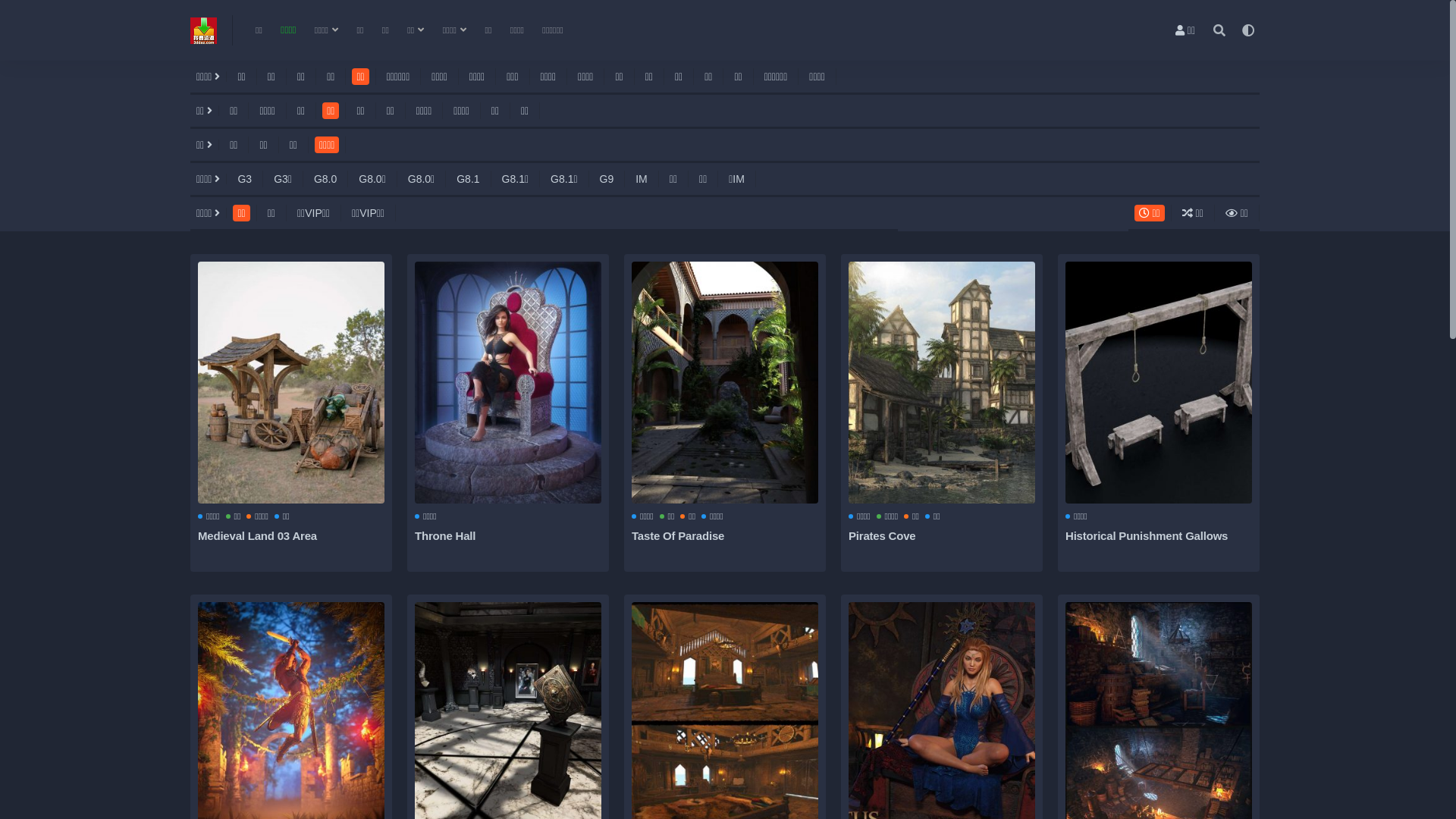 Image resolution: width=1456 pixels, height=819 pixels. Describe the element at coordinates (847, 381) in the screenshot. I see `'Pirates Cove'` at that location.